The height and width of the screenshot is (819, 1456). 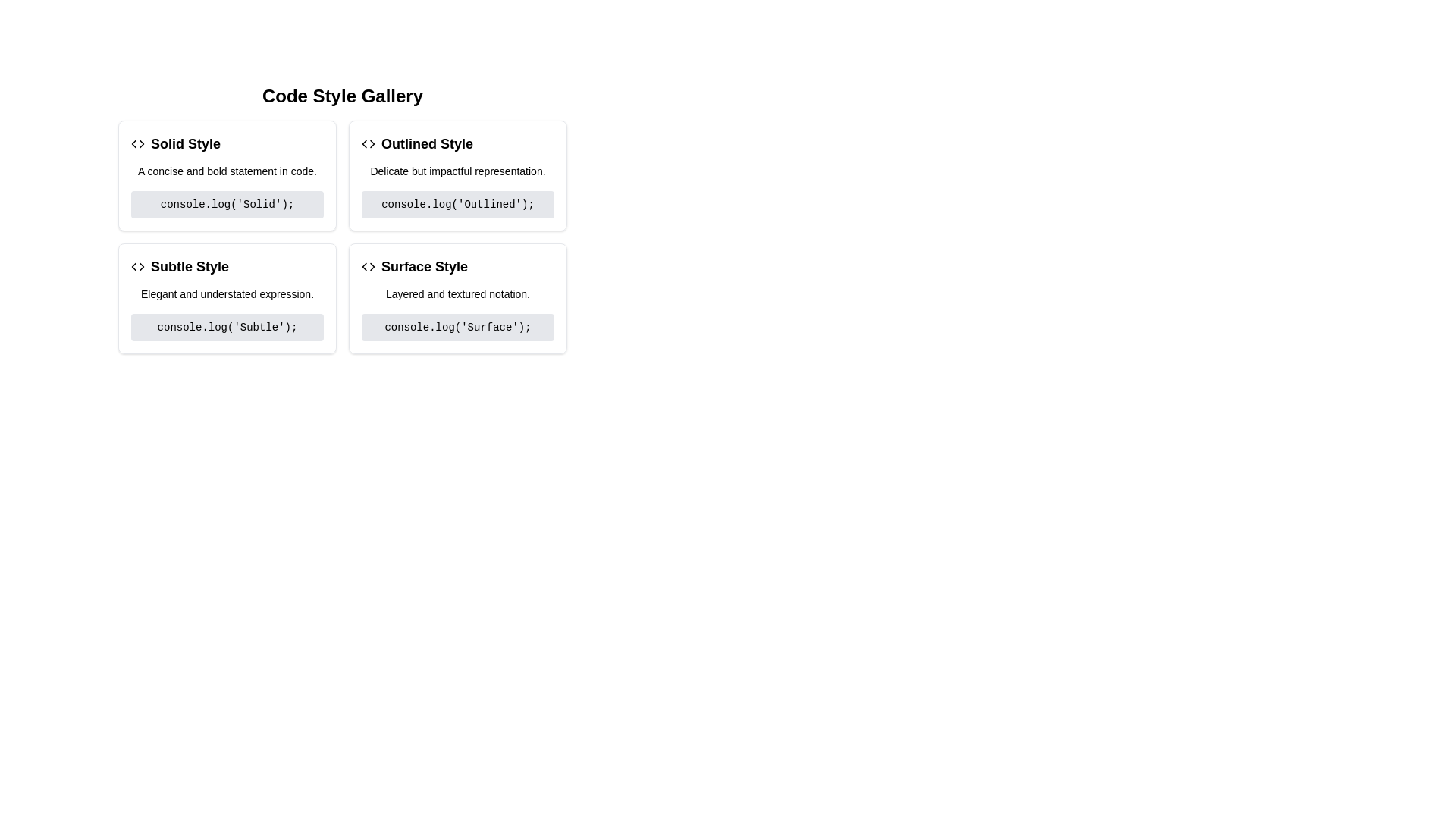 I want to click on the code block displaying the text 'console.log('Subtle');', so click(x=226, y=327).